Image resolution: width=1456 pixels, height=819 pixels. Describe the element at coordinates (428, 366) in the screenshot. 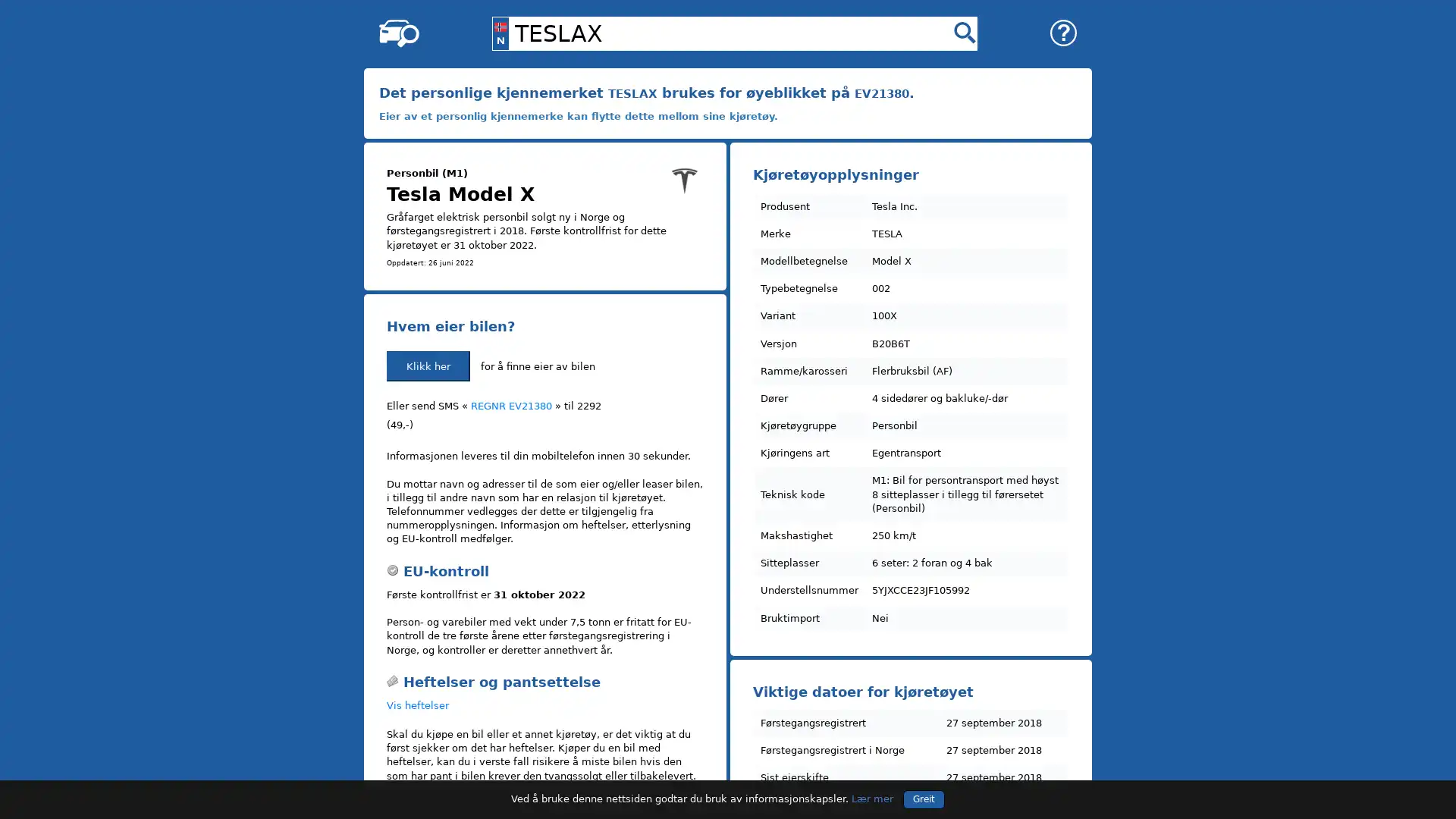

I see `Klikk her` at that location.